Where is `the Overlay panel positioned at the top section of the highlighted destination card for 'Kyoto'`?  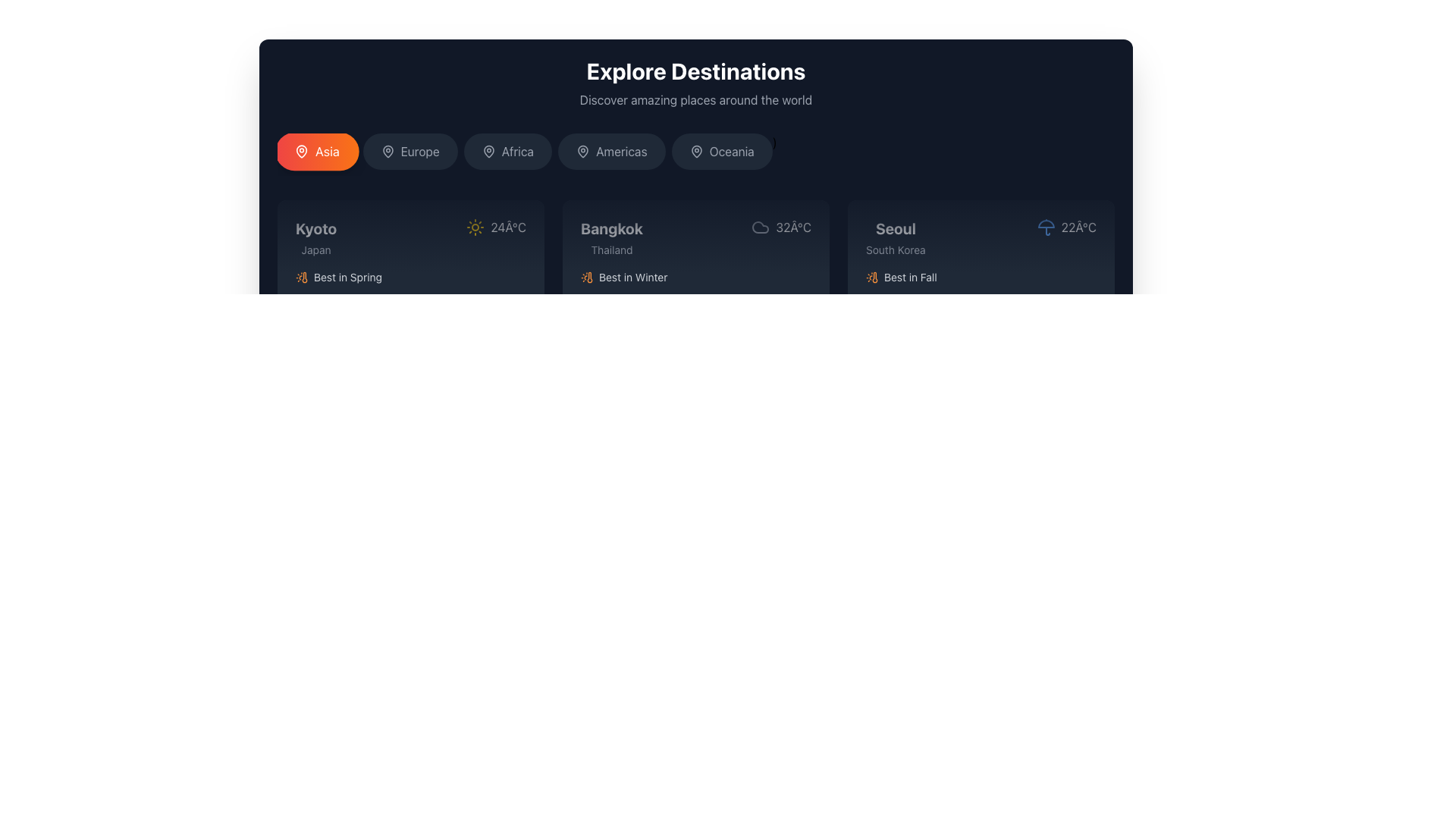
the Overlay panel positioned at the top section of the highlighted destination card for 'Kyoto' is located at coordinates (411, 237).